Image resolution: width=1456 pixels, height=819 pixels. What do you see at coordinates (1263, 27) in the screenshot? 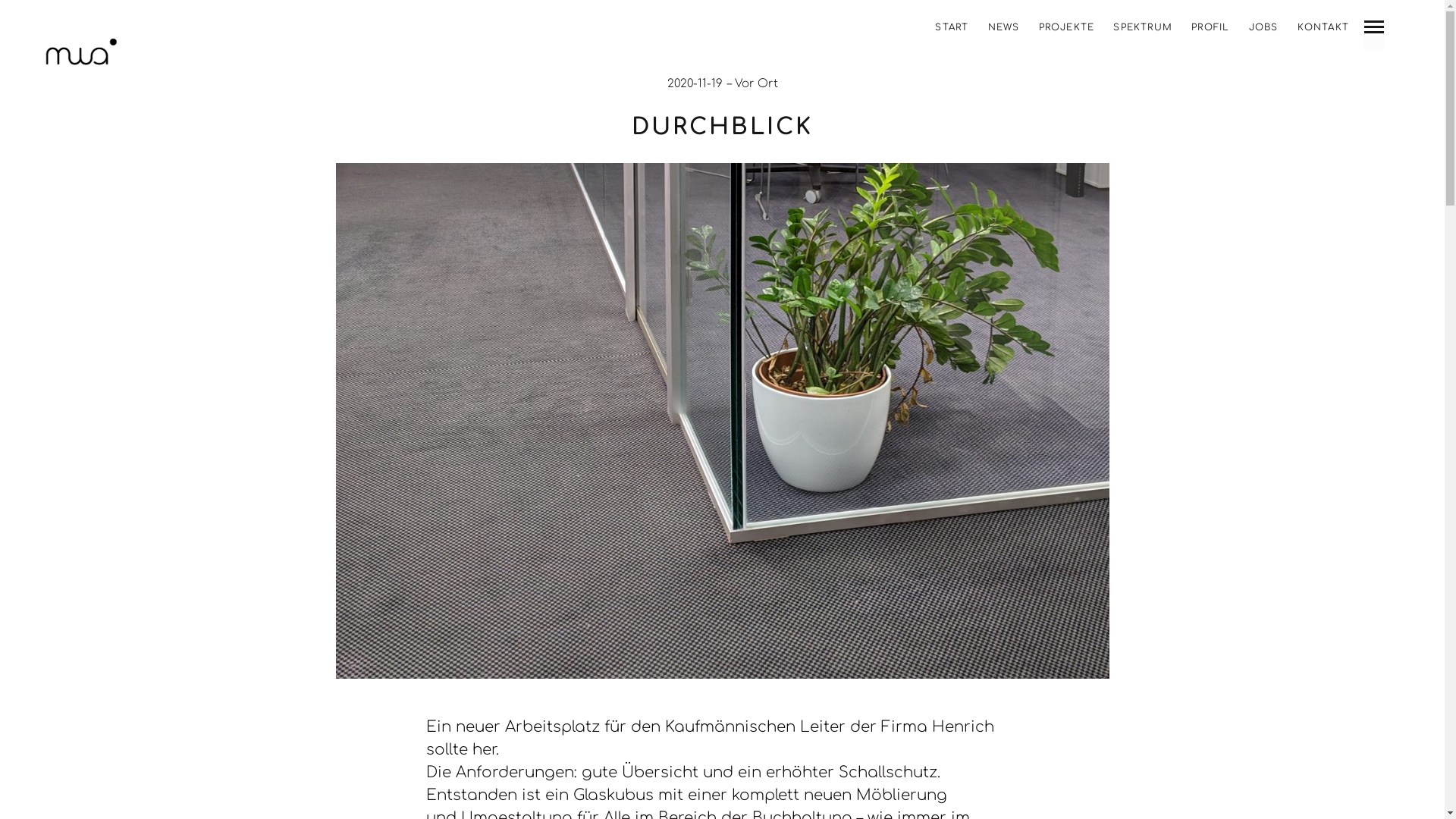
I see `'JOBS'` at bounding box center [1263, 27].